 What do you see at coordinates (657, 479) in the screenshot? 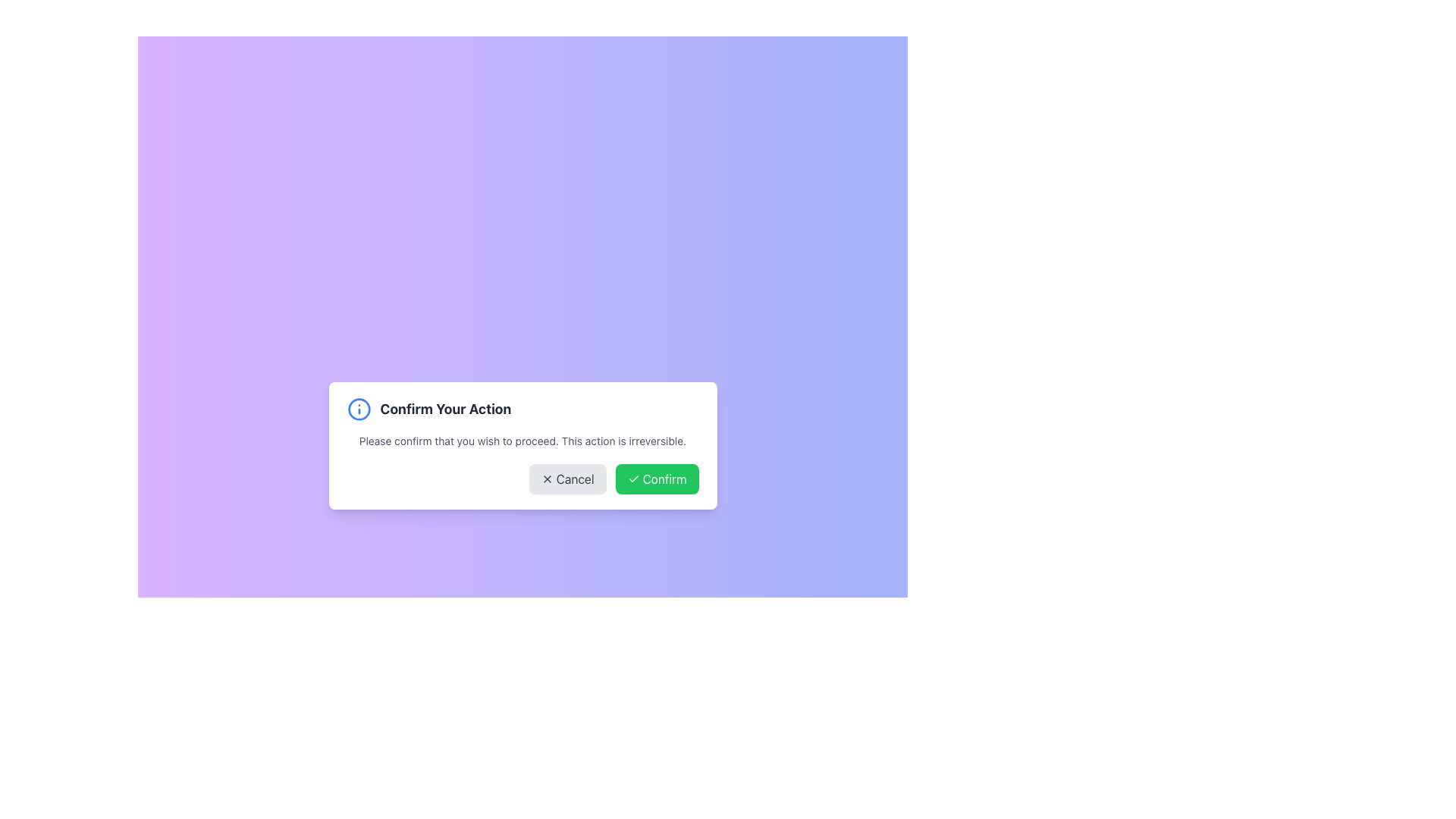
I see `the confirm button located to the right of the Cancel button in the footer of the modal dialog to confirm the operation` at bounding box center [657, 479].